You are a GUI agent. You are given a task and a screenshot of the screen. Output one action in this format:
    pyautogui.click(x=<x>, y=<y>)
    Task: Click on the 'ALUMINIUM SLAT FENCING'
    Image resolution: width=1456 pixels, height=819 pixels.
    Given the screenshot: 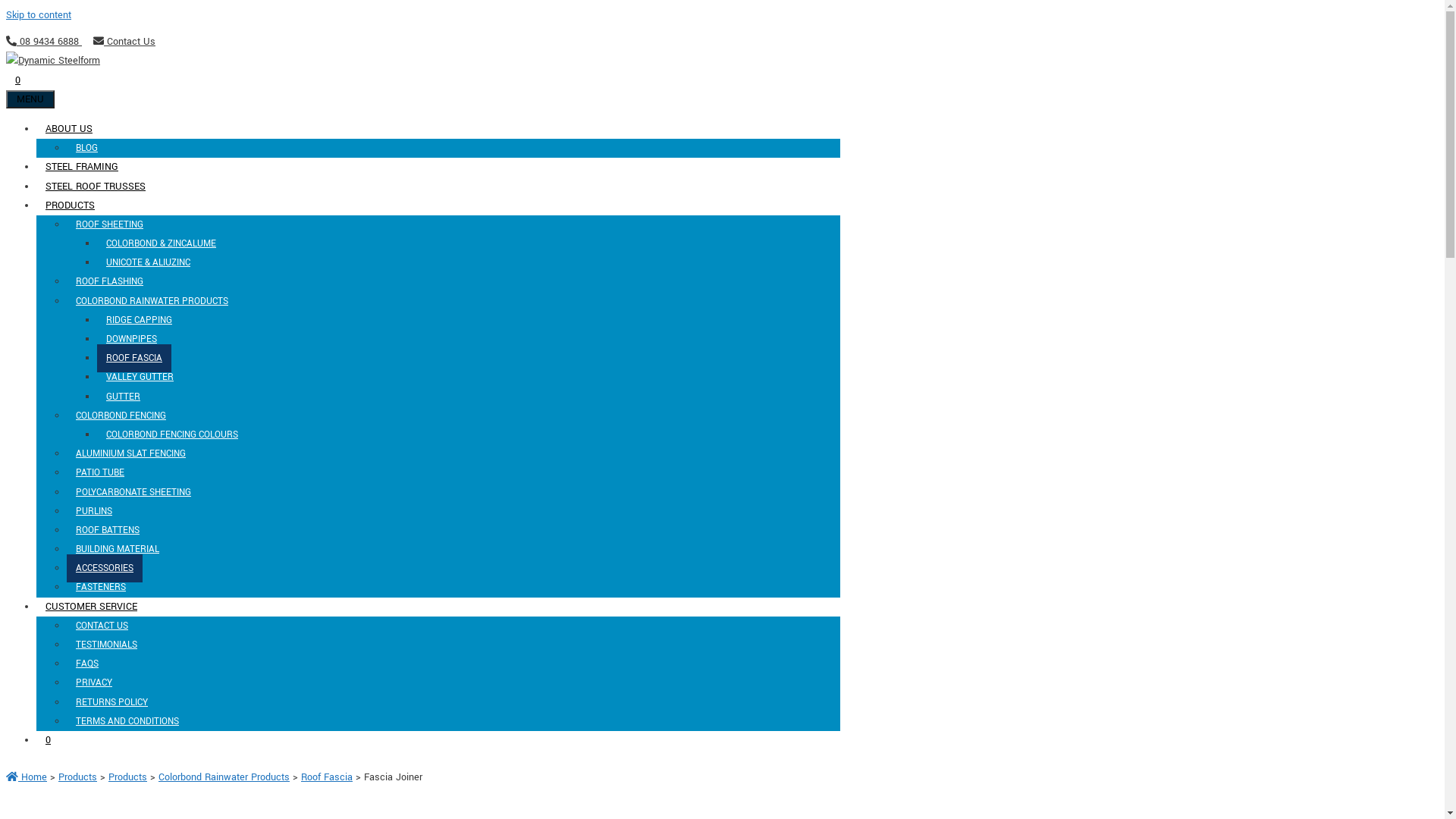 What is the action you would take?
    pyautogui.click(x=130, y=453)
    